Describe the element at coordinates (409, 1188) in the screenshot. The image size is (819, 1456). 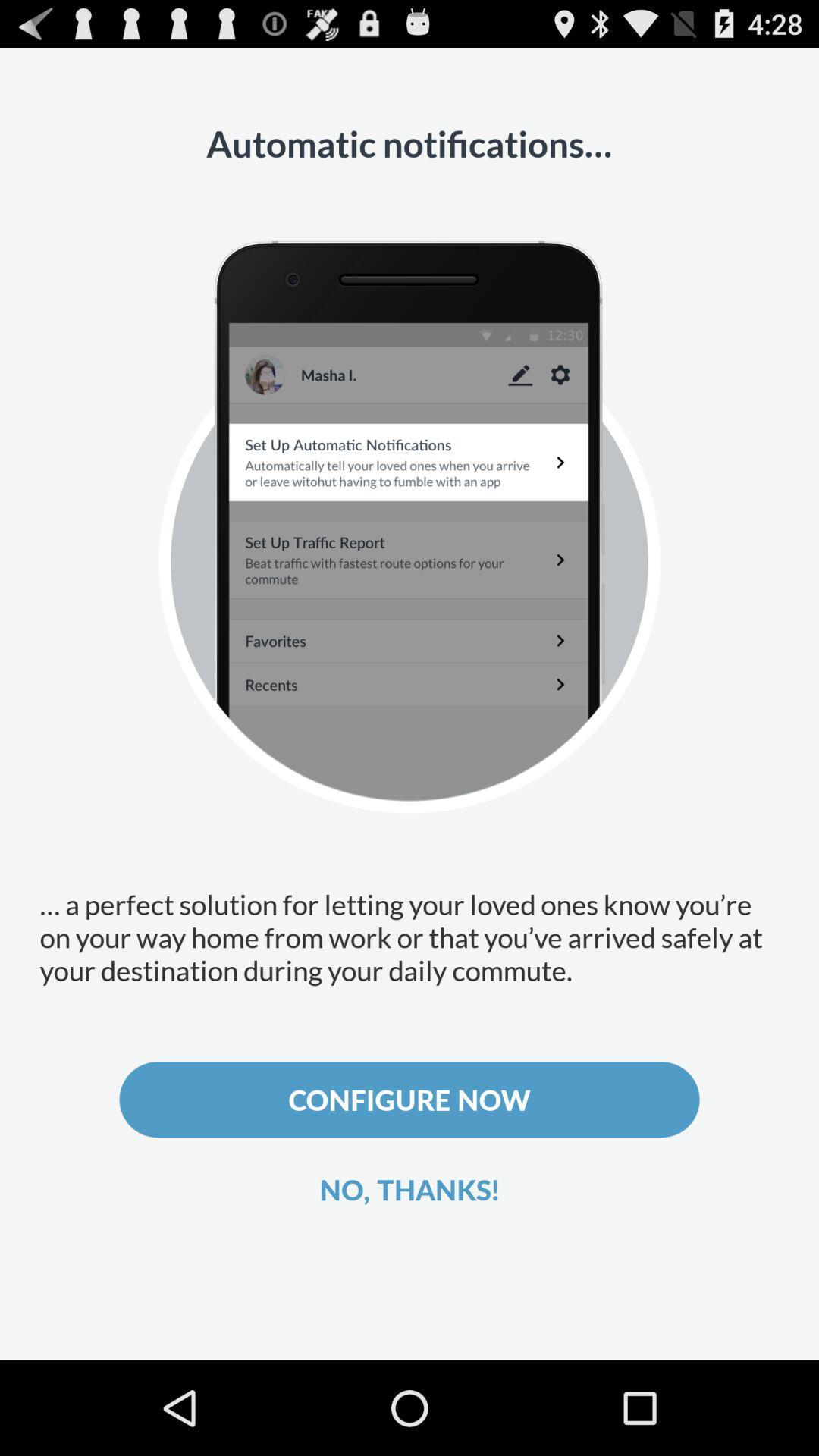
I see `no, thanks! icon` at that location.